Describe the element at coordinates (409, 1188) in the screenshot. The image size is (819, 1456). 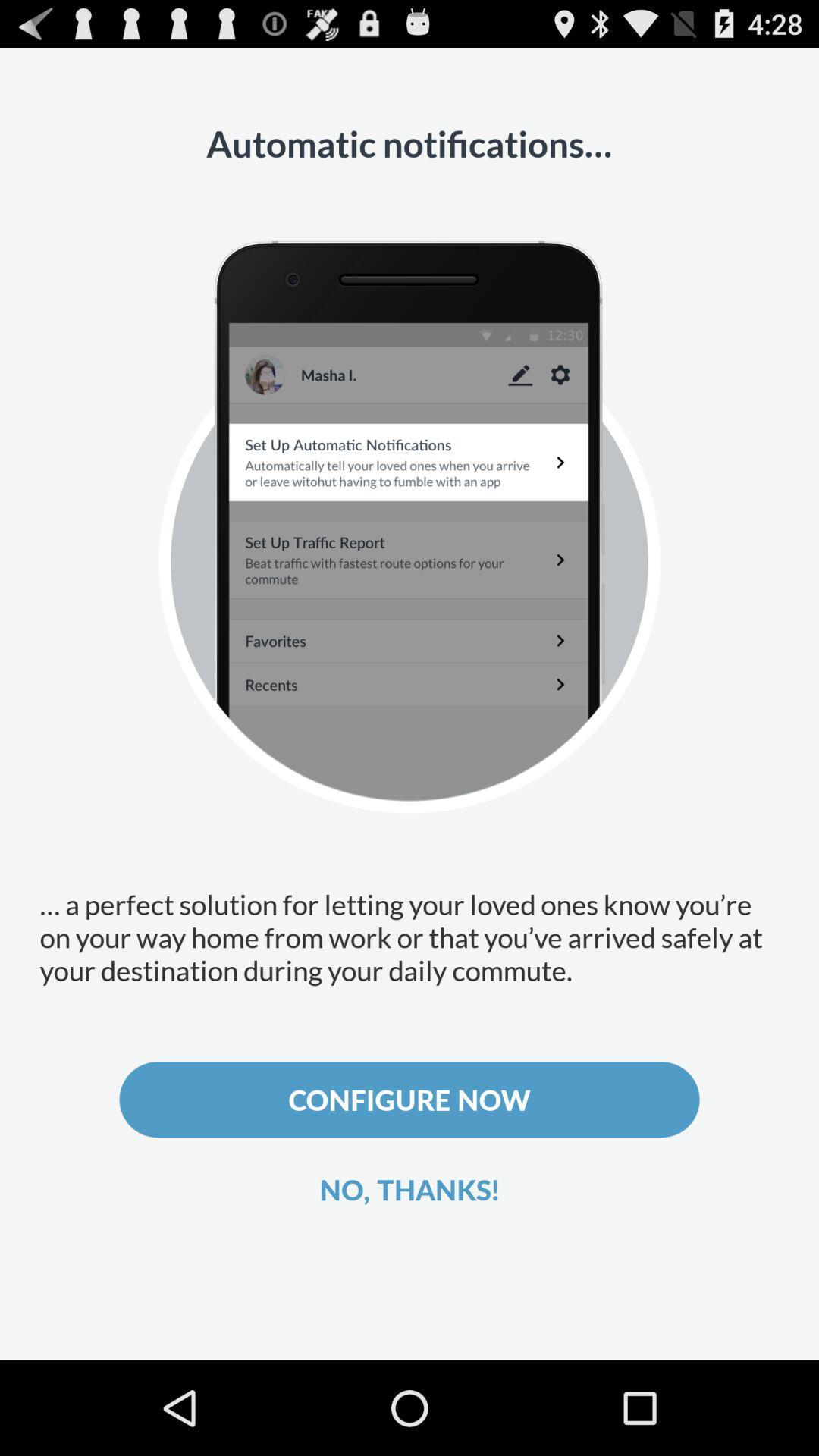
I see `no, thanks! icon` at that location.